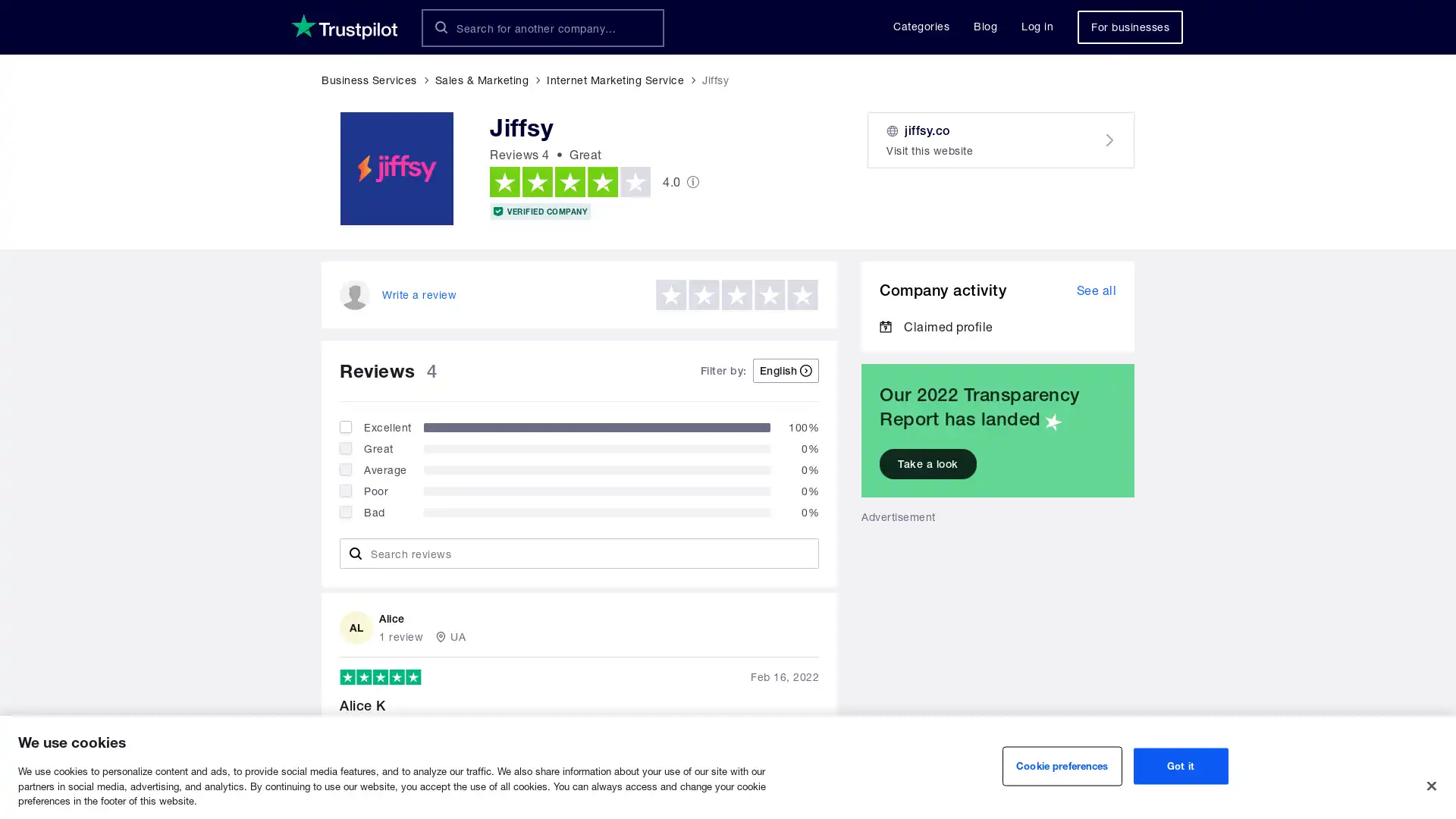 The height and width of the screenshot is (819, 1456). Describe the element at coordinates (1430, 785) in the screenshot. I see `Close` at that location.